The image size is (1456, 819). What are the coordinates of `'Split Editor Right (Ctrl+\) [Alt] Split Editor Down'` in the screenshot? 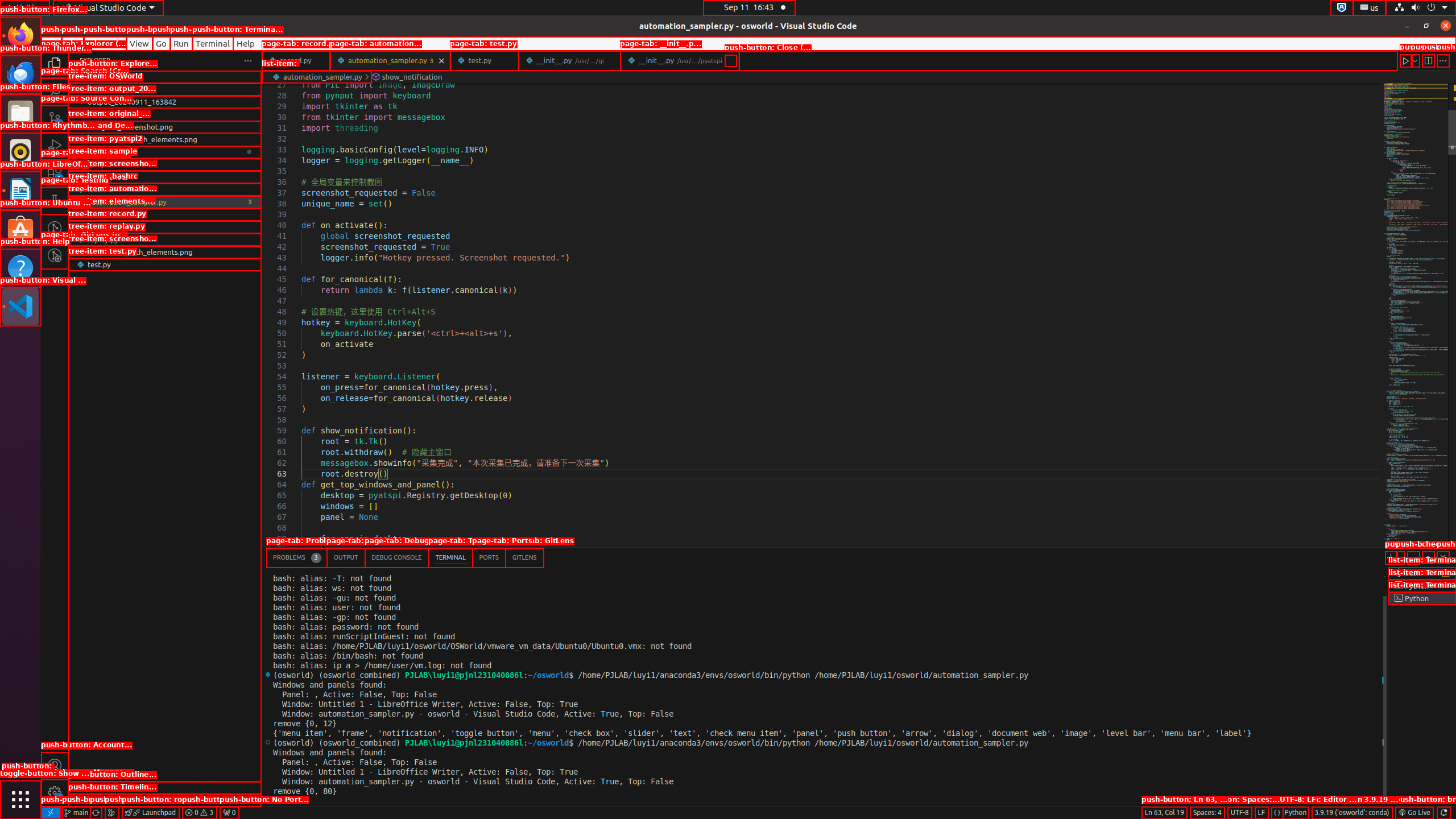 It's located at (1428, 60).